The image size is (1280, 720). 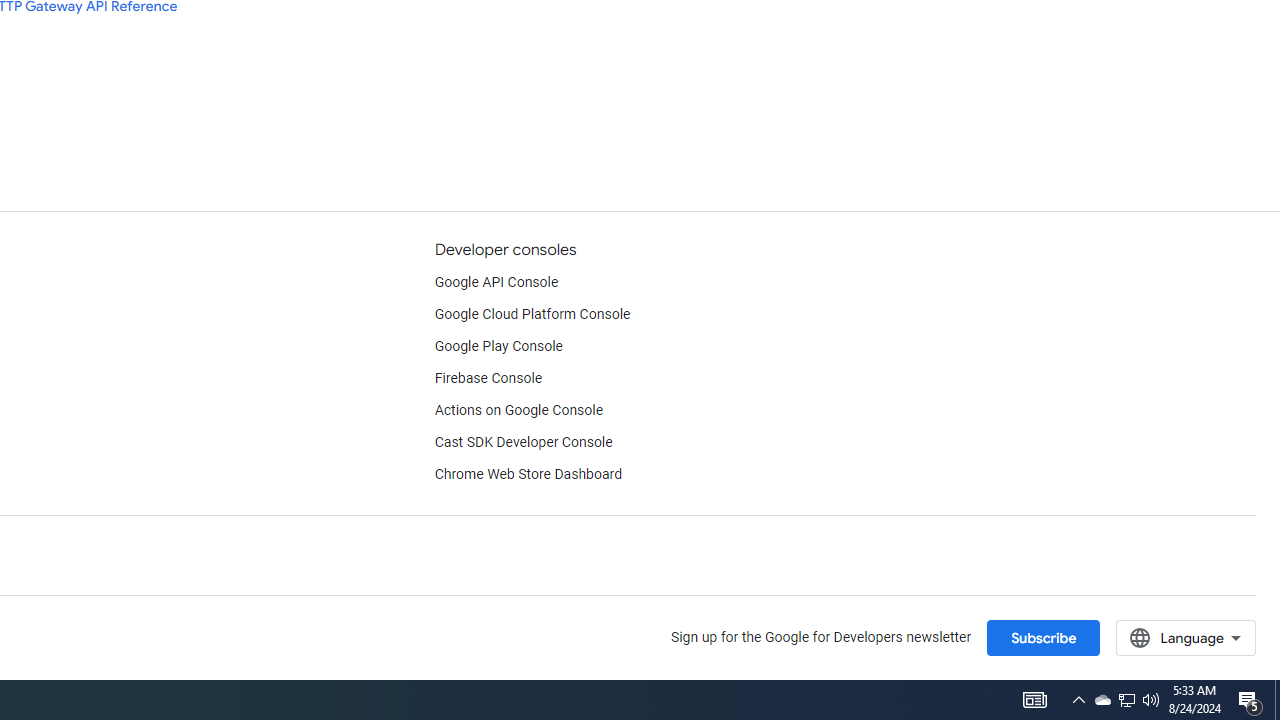 What do you see at coordinates (523, 442) in the screenshot?
I see `'Cast SDK Developer Console'` at bounding box center [523, 442].